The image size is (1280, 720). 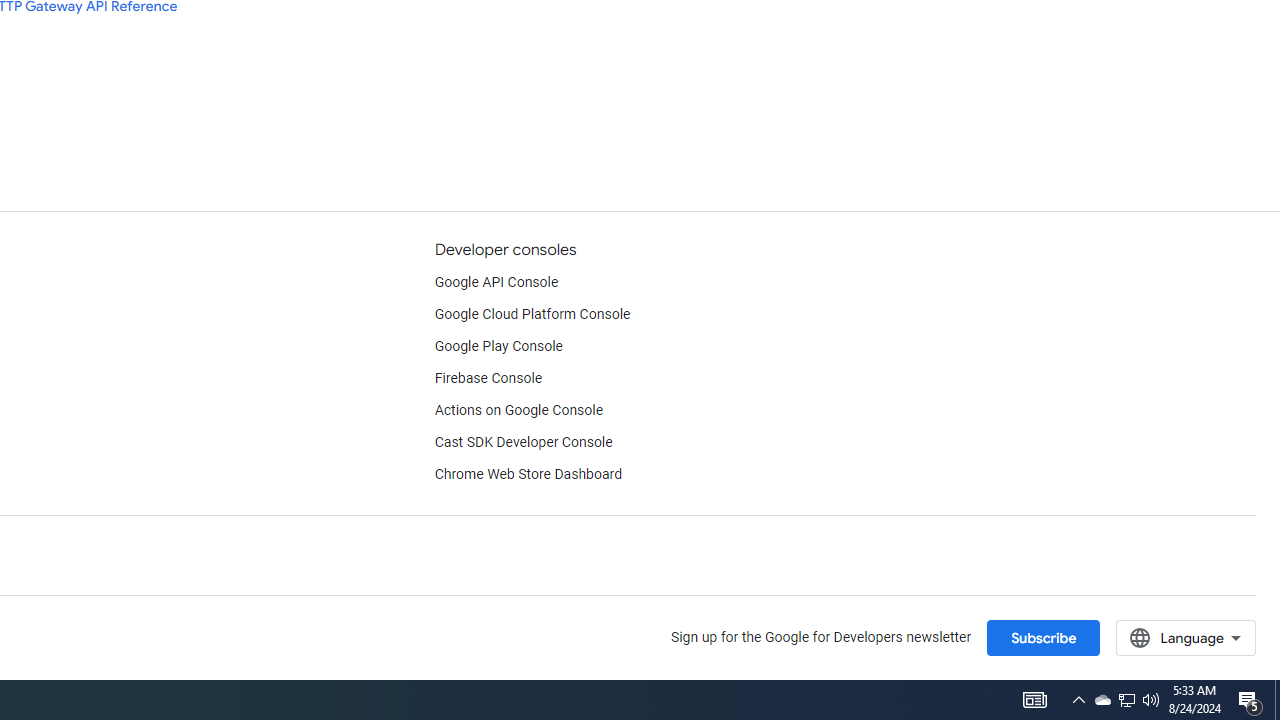 What do you see at coordinates (523, 442) in the screenshot?
I see `'Cast SDK Developer Console'` at bounding box center [523, 442].